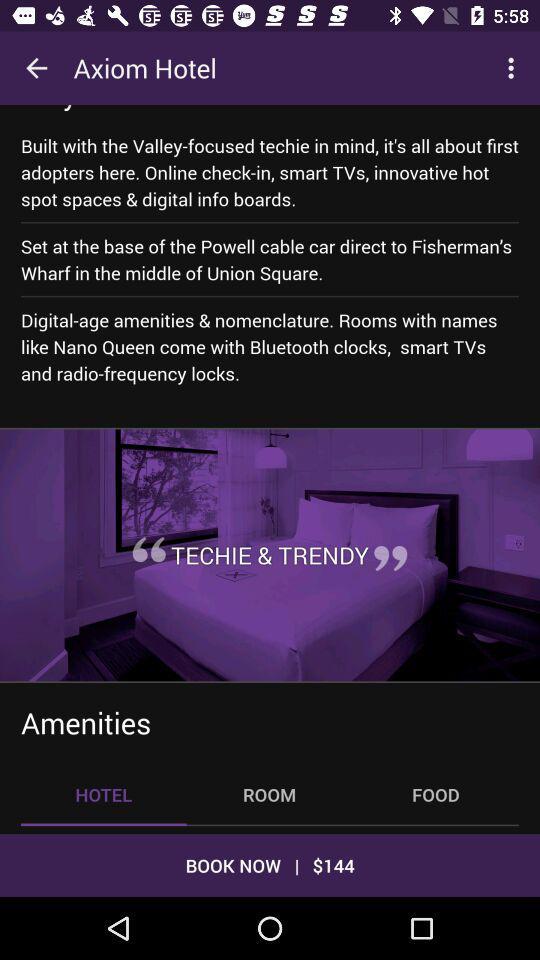 This screenshot has height=960, width=540. What do you see at coordinates (269, 794) in the screenshot?
I see `the icon next to the food item` at bounding box center [269, 794].